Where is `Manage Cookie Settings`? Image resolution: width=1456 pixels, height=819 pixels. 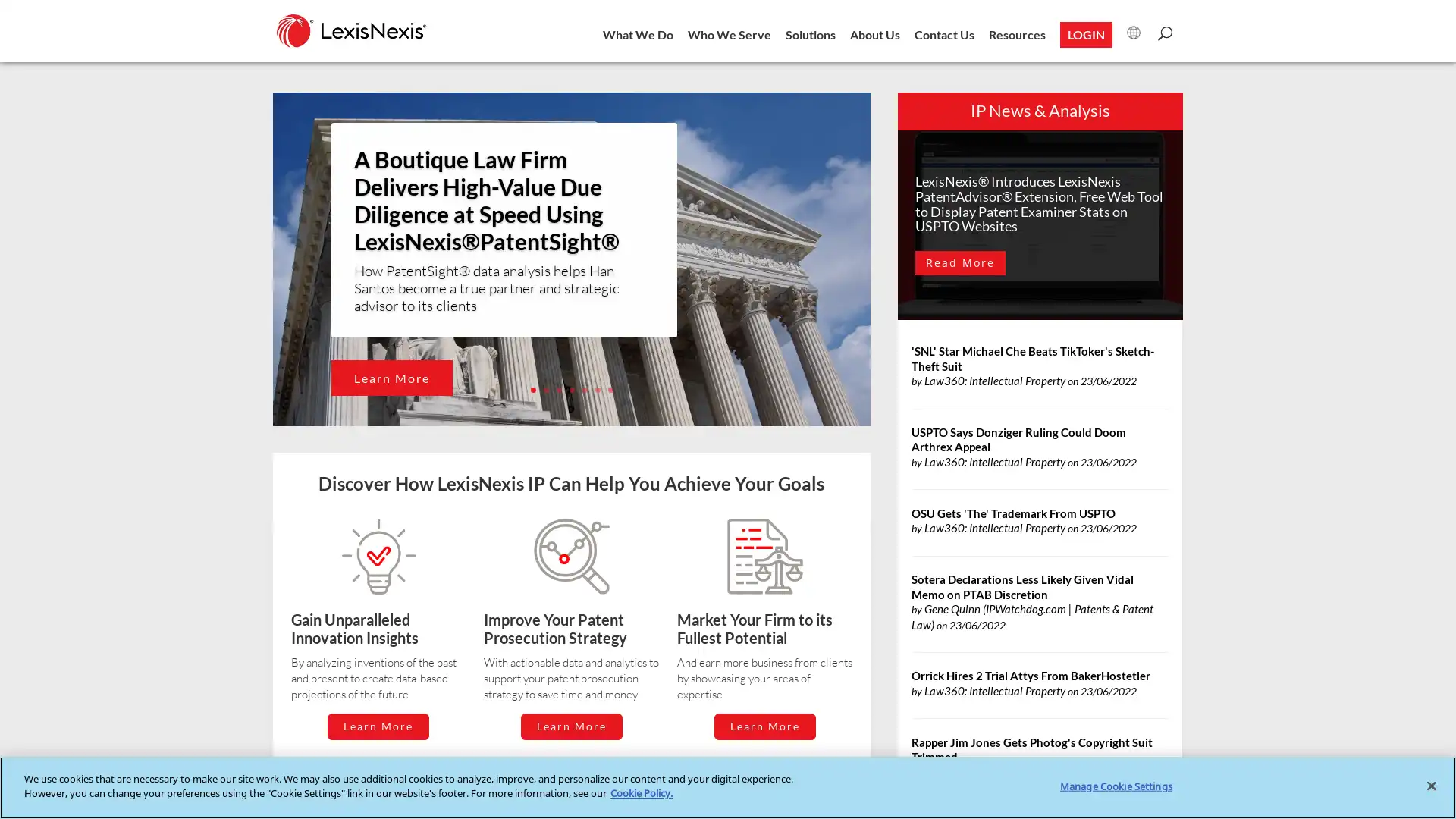
Manage Cookie Settings is located at coordinates (1115, 786).